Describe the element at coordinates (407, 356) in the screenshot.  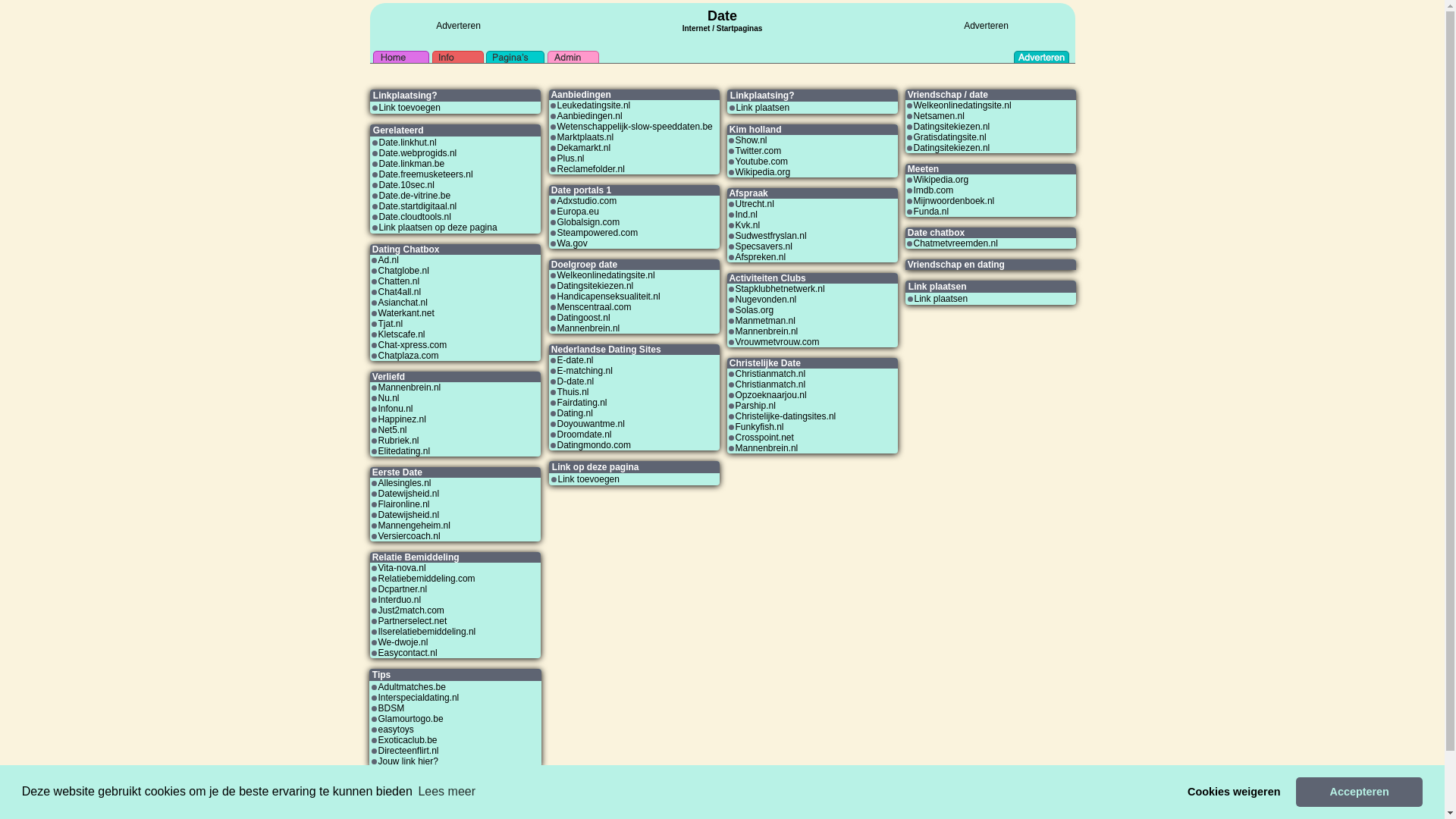
I see `'Chatplaza.com'` at that location.